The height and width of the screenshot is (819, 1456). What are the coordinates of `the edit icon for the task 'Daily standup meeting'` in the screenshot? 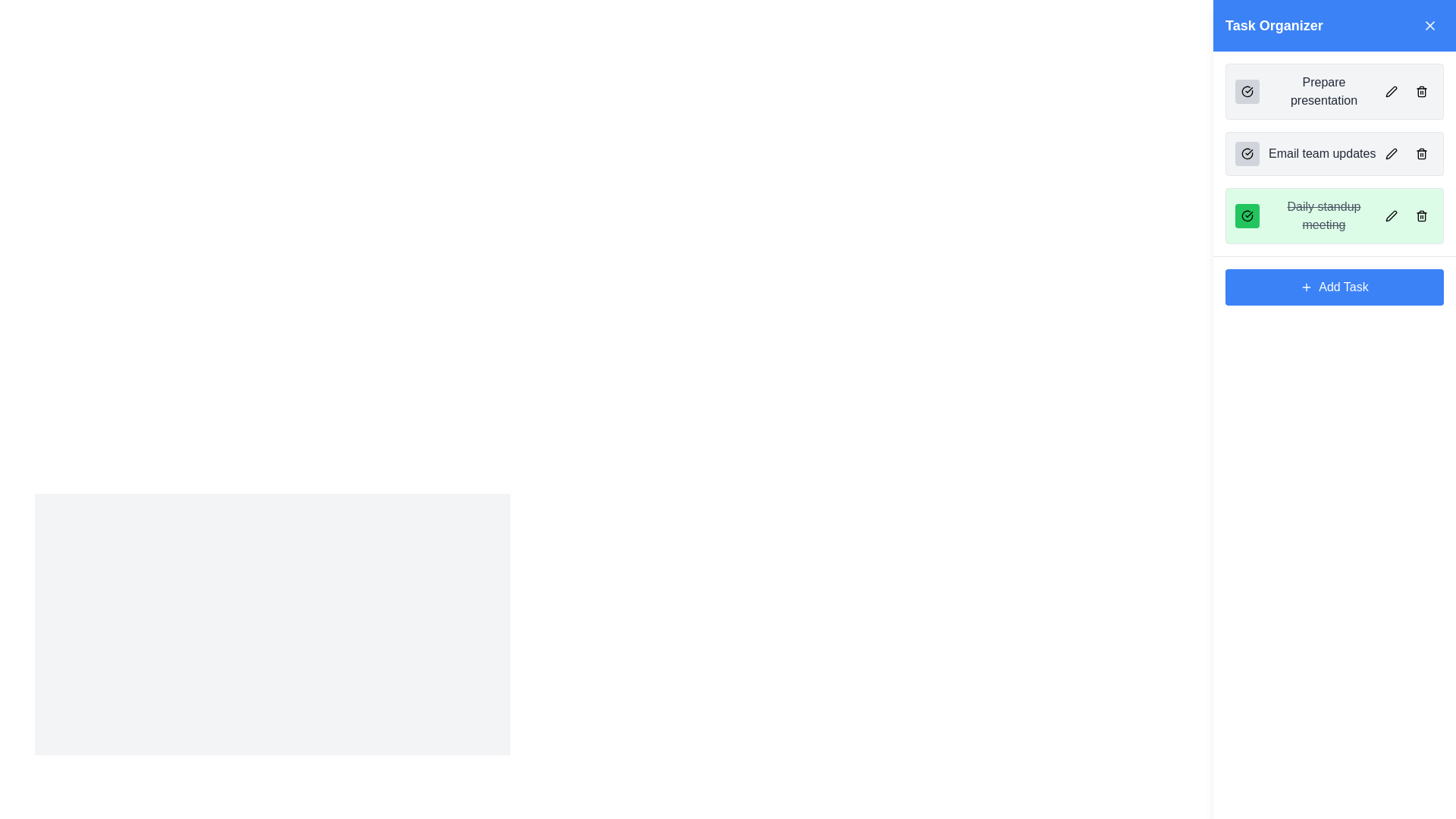 It's located at (1391, 215).